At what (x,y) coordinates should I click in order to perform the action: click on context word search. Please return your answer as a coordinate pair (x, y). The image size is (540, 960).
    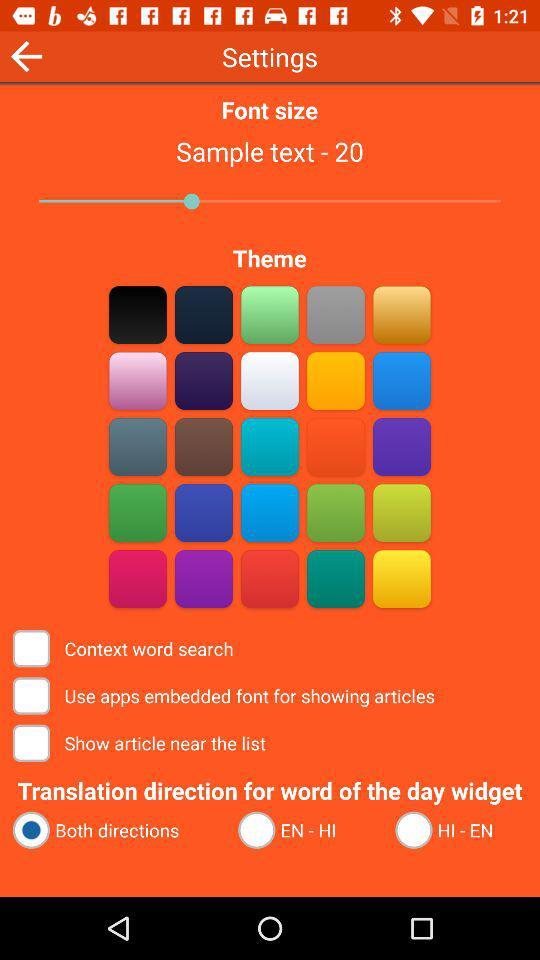
    Looking at the image, I should click on (401, 578).